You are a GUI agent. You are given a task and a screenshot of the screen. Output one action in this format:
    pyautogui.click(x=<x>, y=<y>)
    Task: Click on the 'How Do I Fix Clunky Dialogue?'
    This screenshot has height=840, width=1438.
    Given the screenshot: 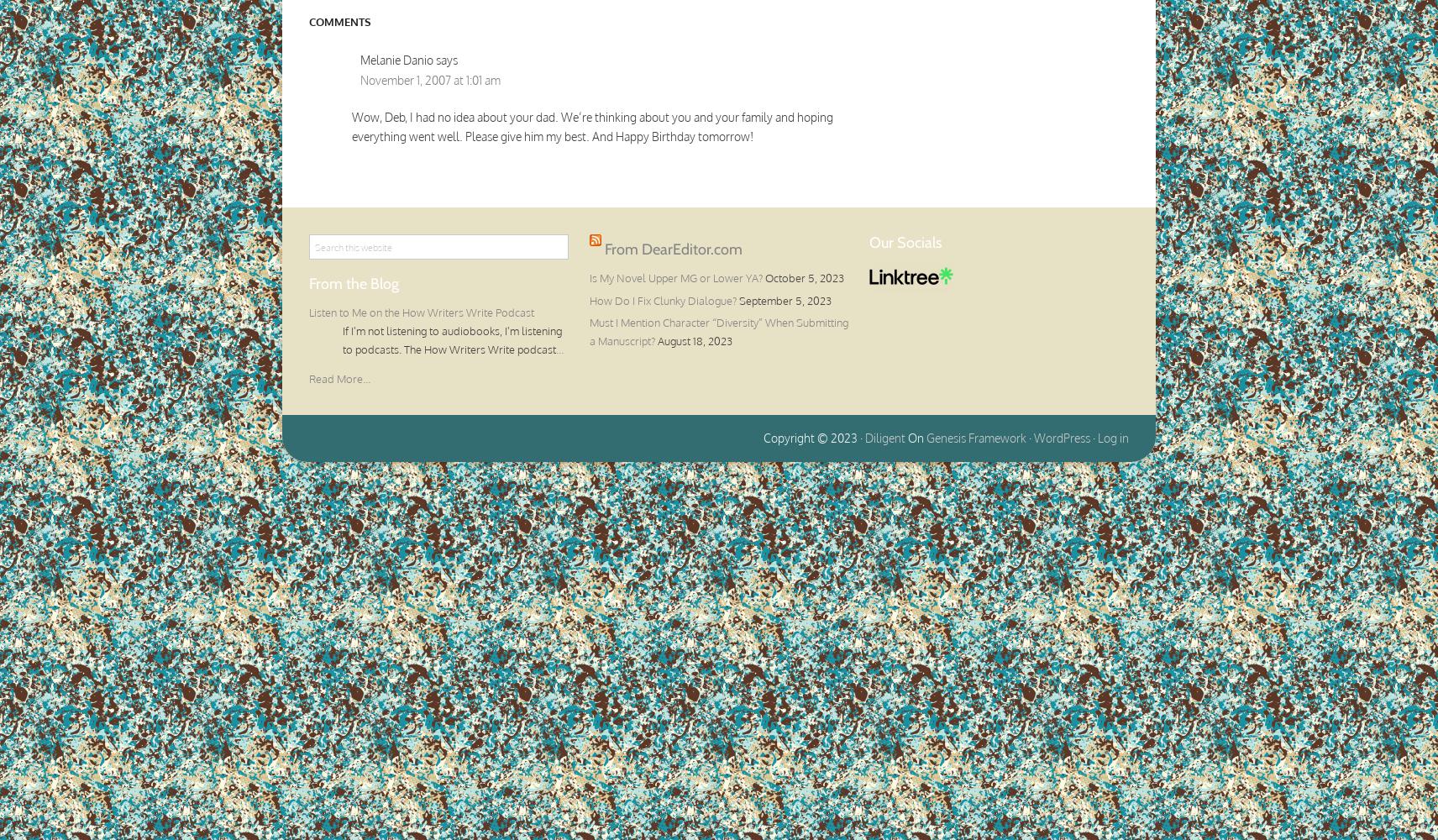 What is the action you would take?
    pyautogui.click(x=662, y=299)
    